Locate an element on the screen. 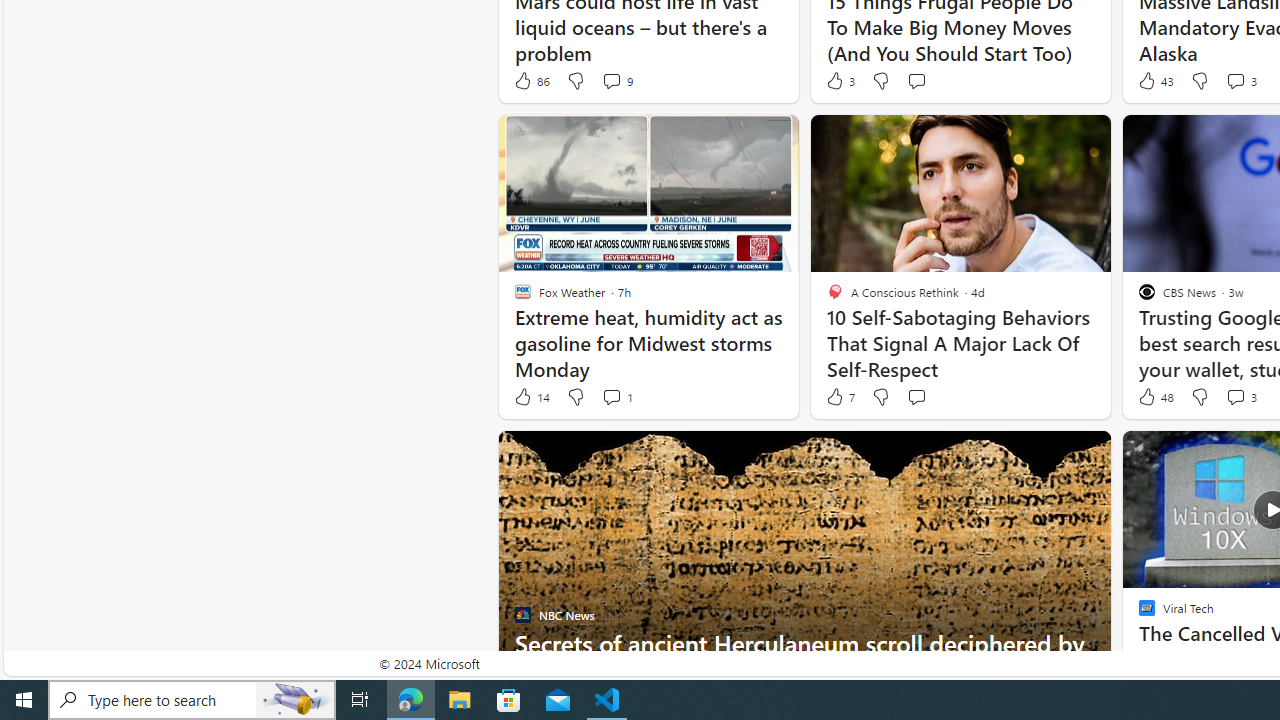 The width and height of the screenshot is (1280, 720). '48 Like' is located at coordinates (1154, 397).